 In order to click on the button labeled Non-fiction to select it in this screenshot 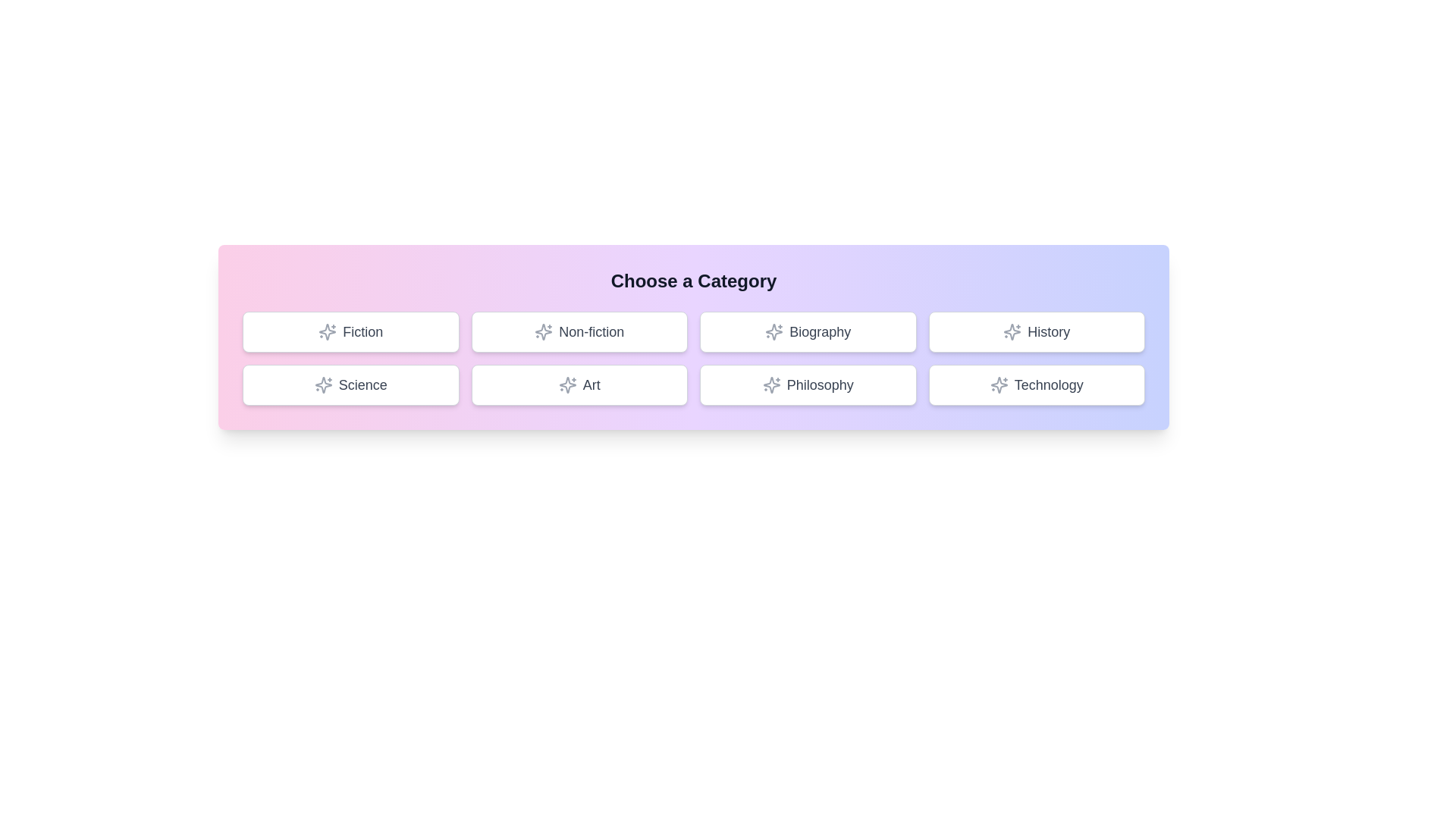, I will do `click(579, 331)`.